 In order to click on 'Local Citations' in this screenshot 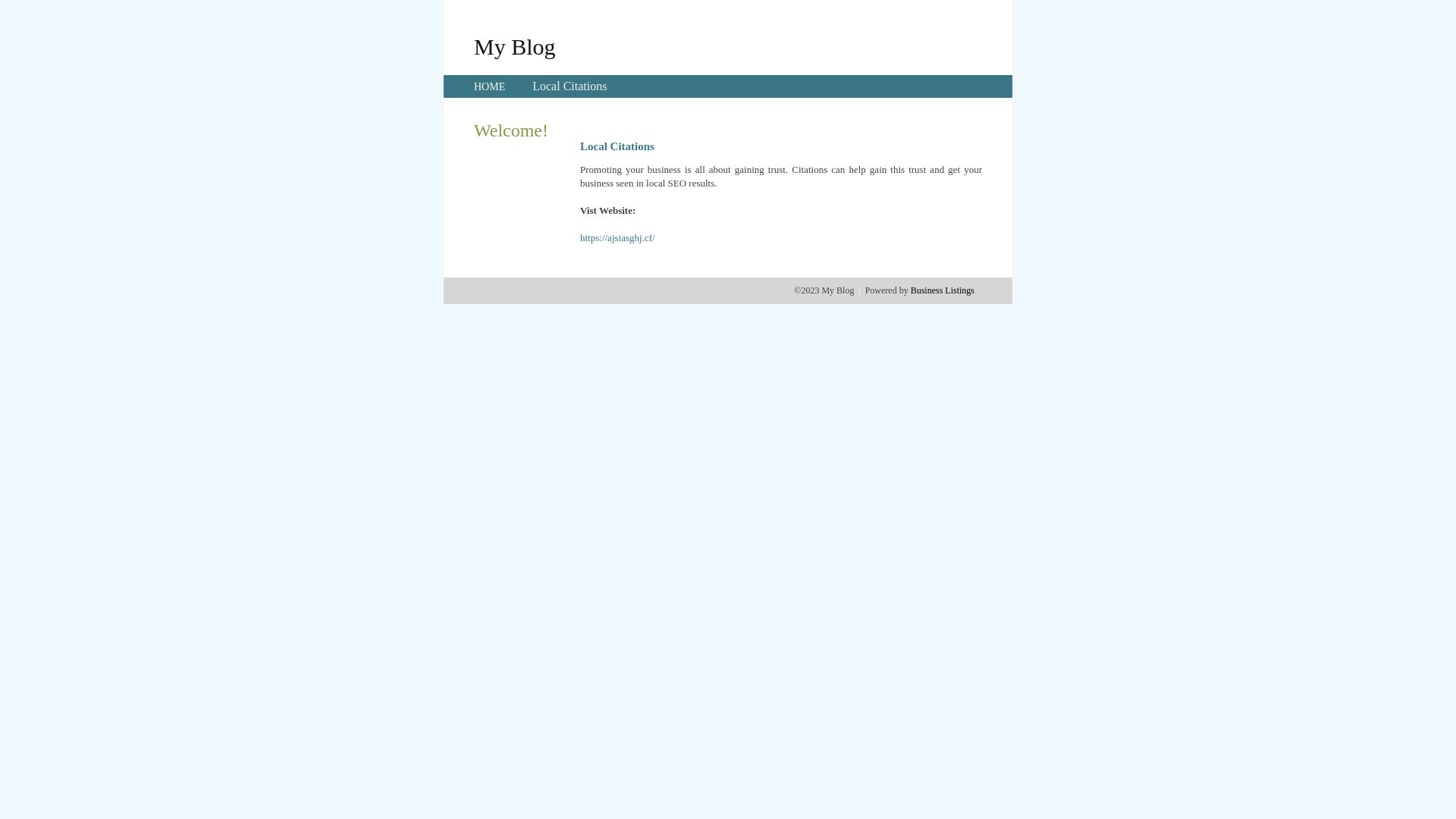, I will do `click(532, 86)`.